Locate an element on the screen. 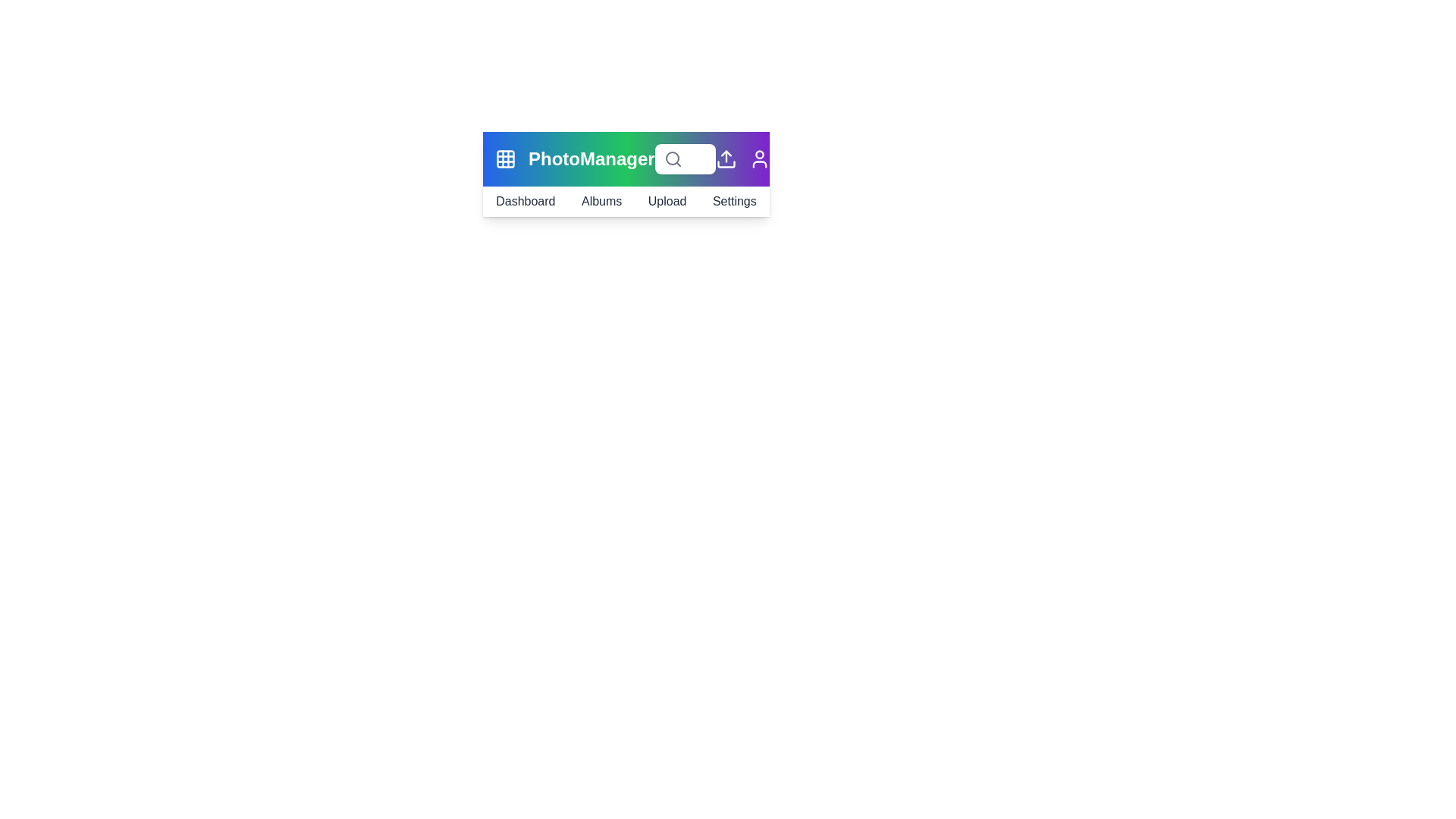  the 'Settings' navigation link is located at coordinates (734, 201).